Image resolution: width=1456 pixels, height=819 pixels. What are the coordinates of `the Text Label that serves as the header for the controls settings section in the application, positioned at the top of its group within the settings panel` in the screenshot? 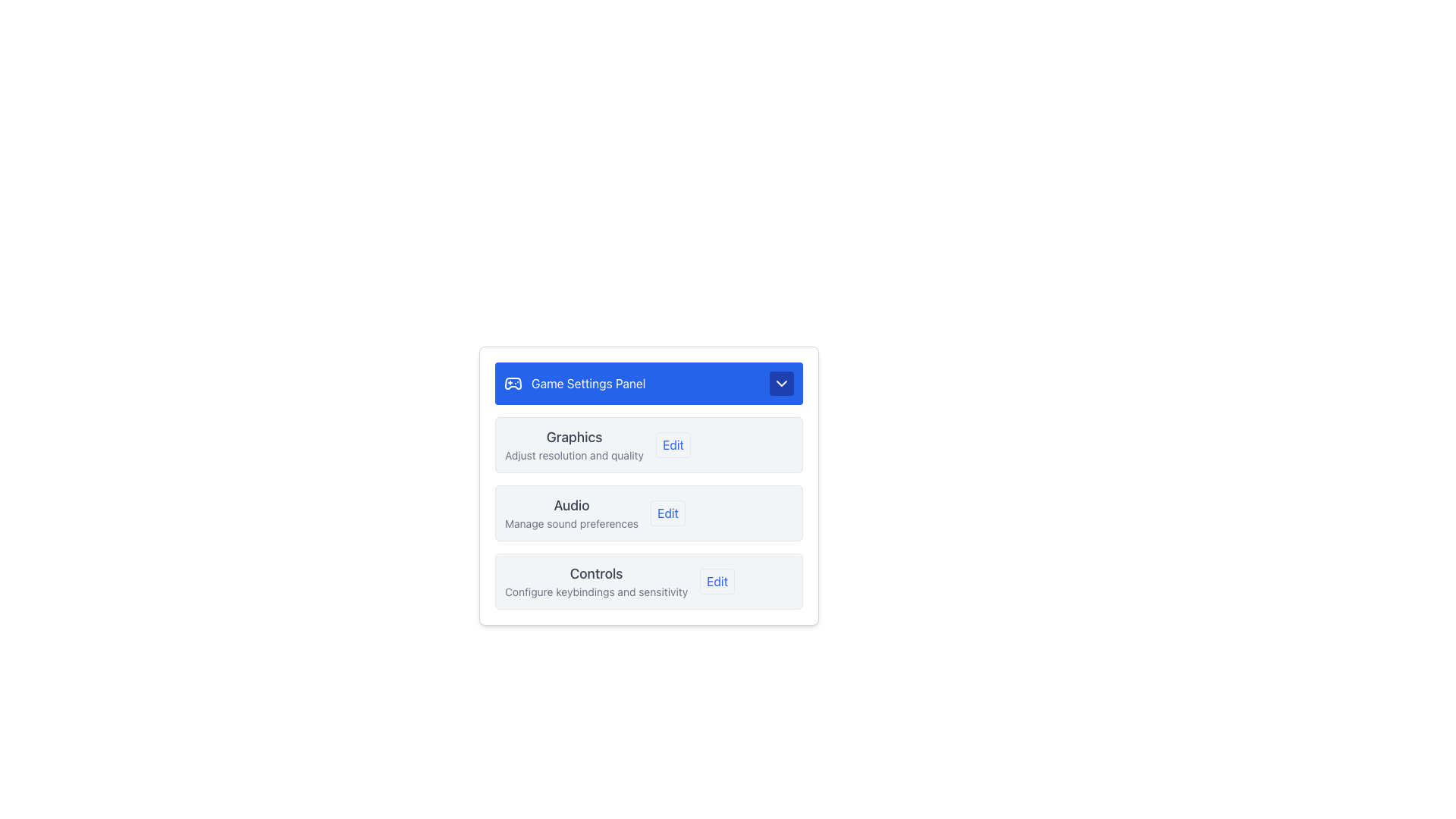 It's located at (595, 573).